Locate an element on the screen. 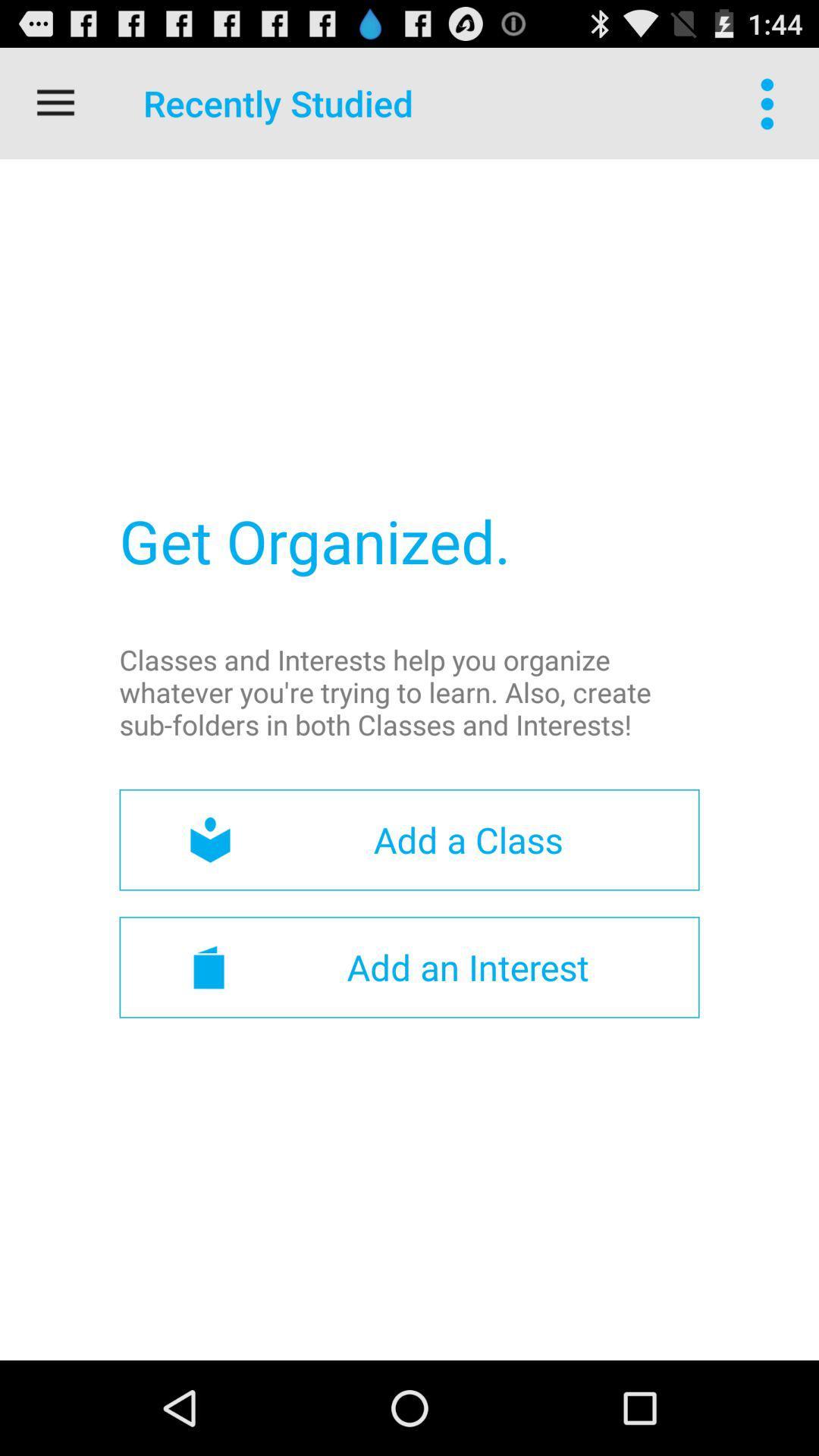 The width and height of the screenshot is (819, 1456). the add a class is located at coordinates (409, 839).